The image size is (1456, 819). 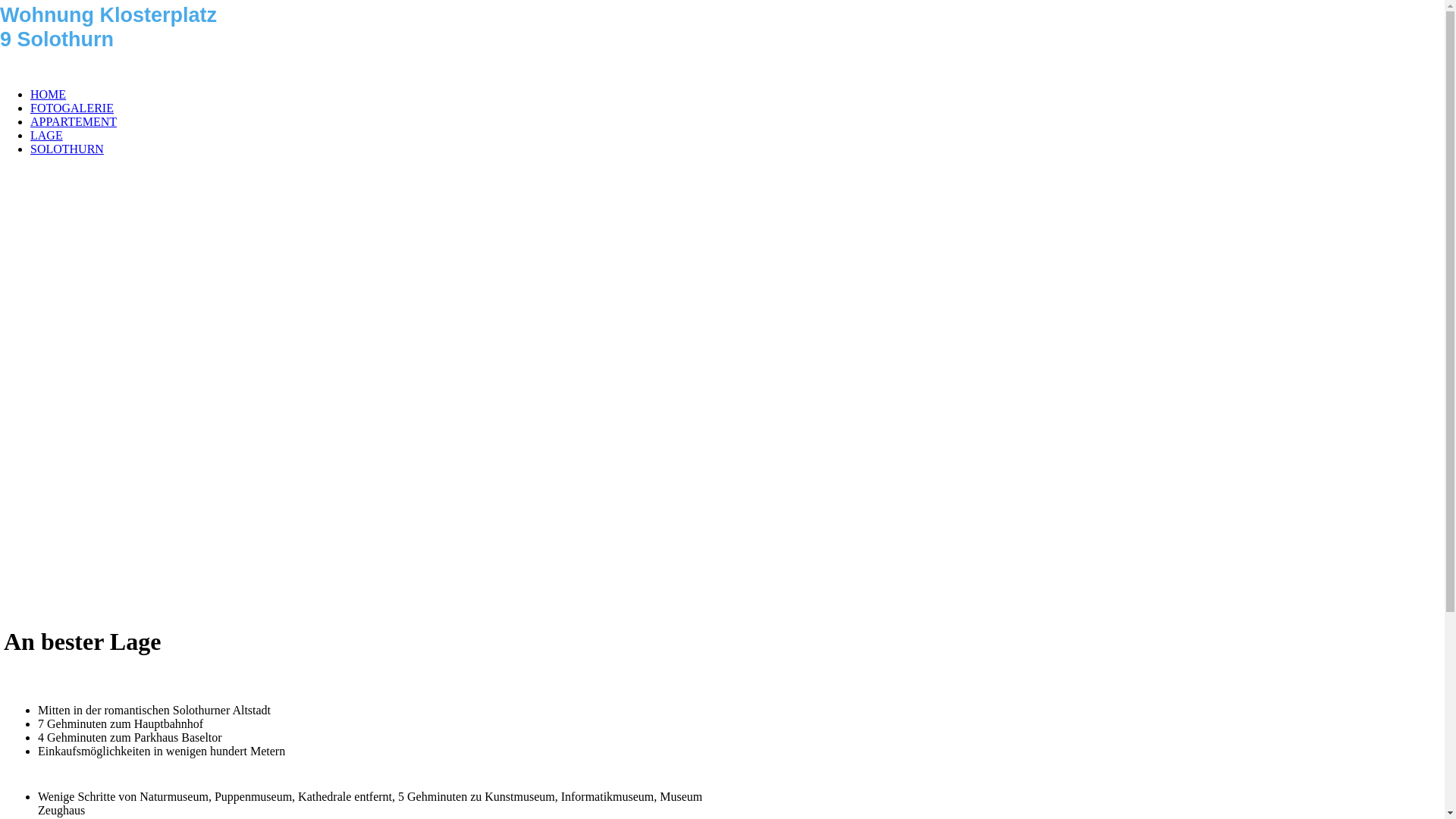 I want to click on 'APPARTEMENT', so click(x=30, y=121).